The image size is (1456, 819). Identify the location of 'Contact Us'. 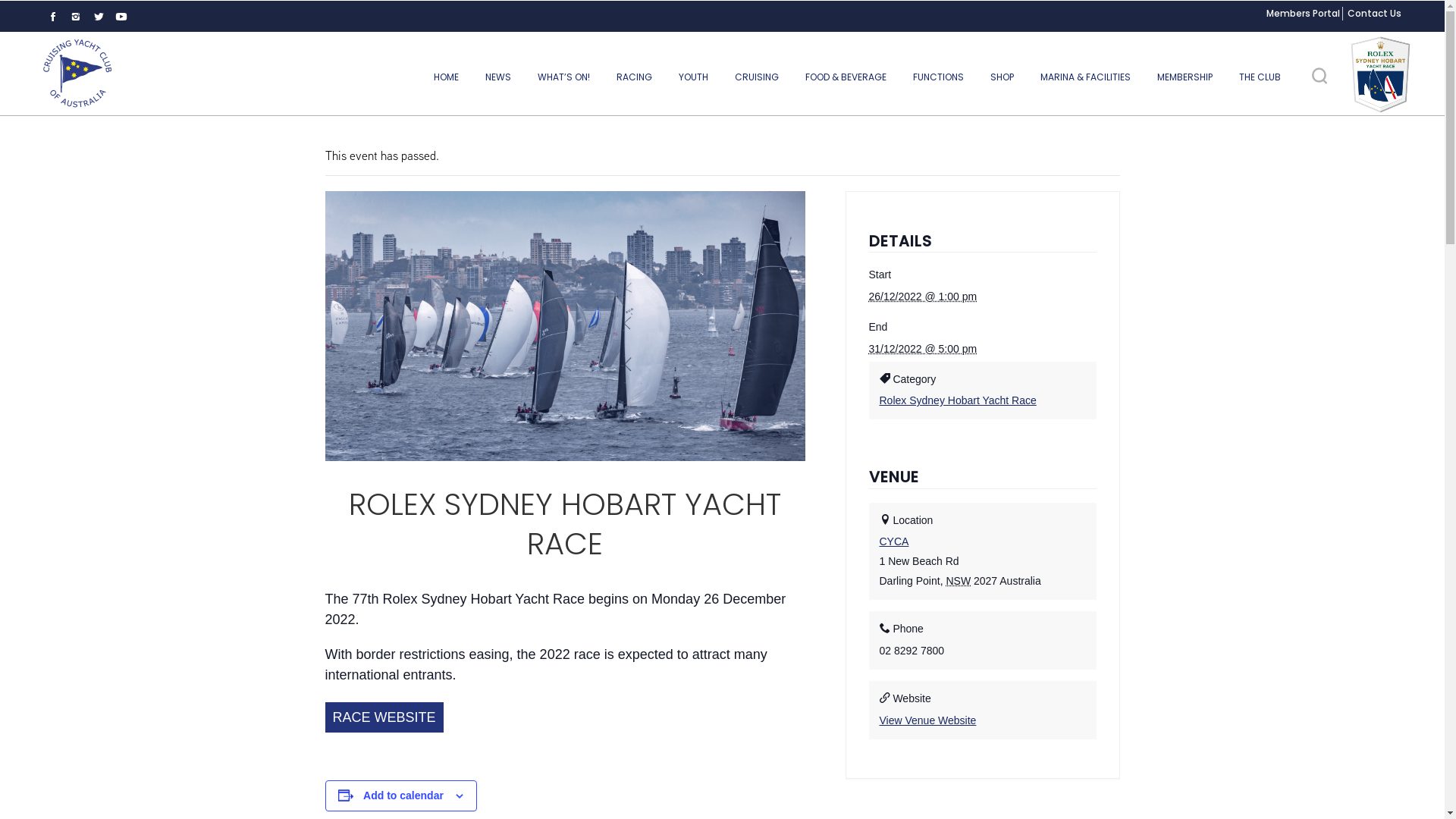
(1374, 13).